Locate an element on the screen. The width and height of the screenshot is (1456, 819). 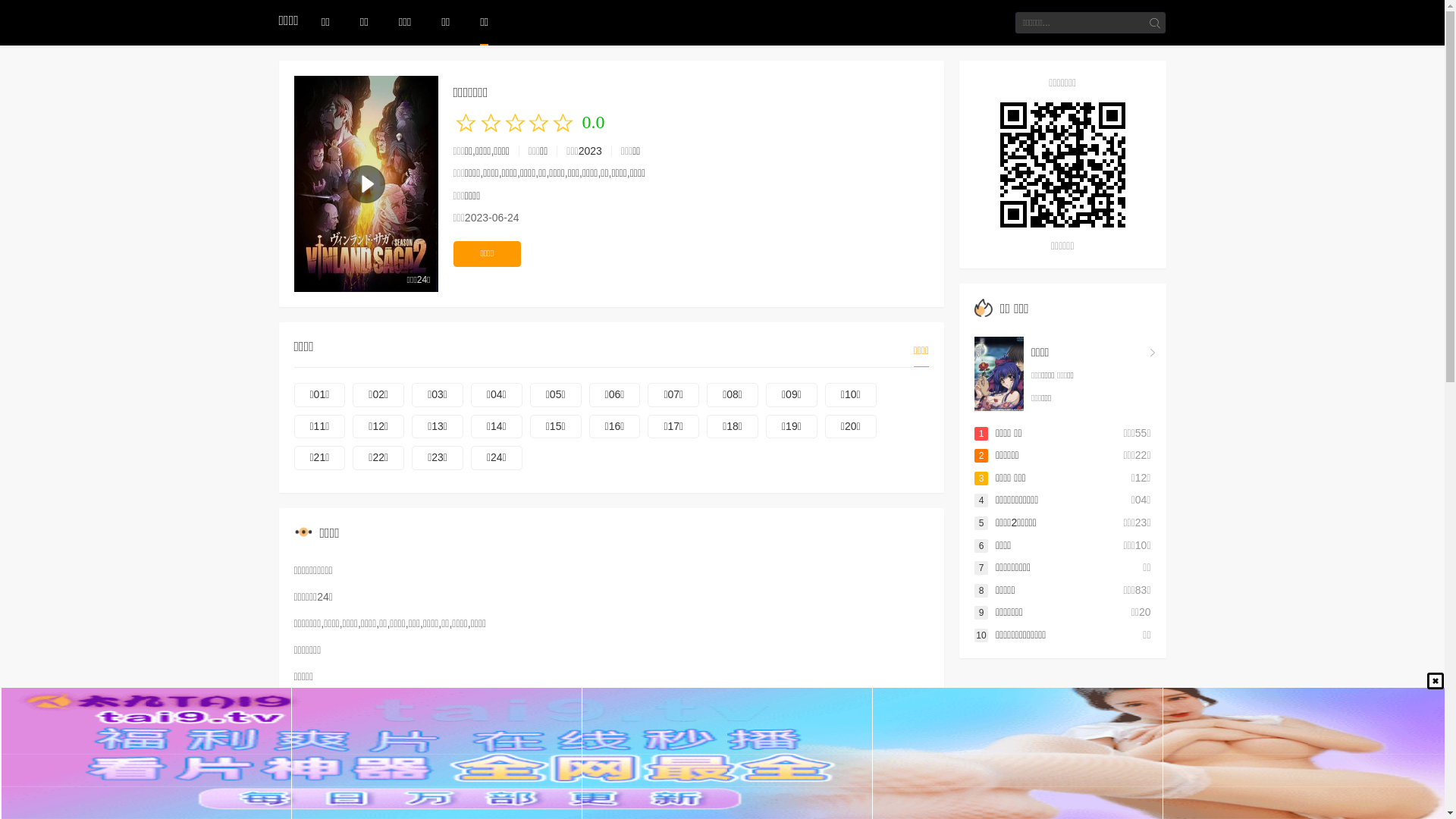
'2023' is located at coordinates (578, 151).